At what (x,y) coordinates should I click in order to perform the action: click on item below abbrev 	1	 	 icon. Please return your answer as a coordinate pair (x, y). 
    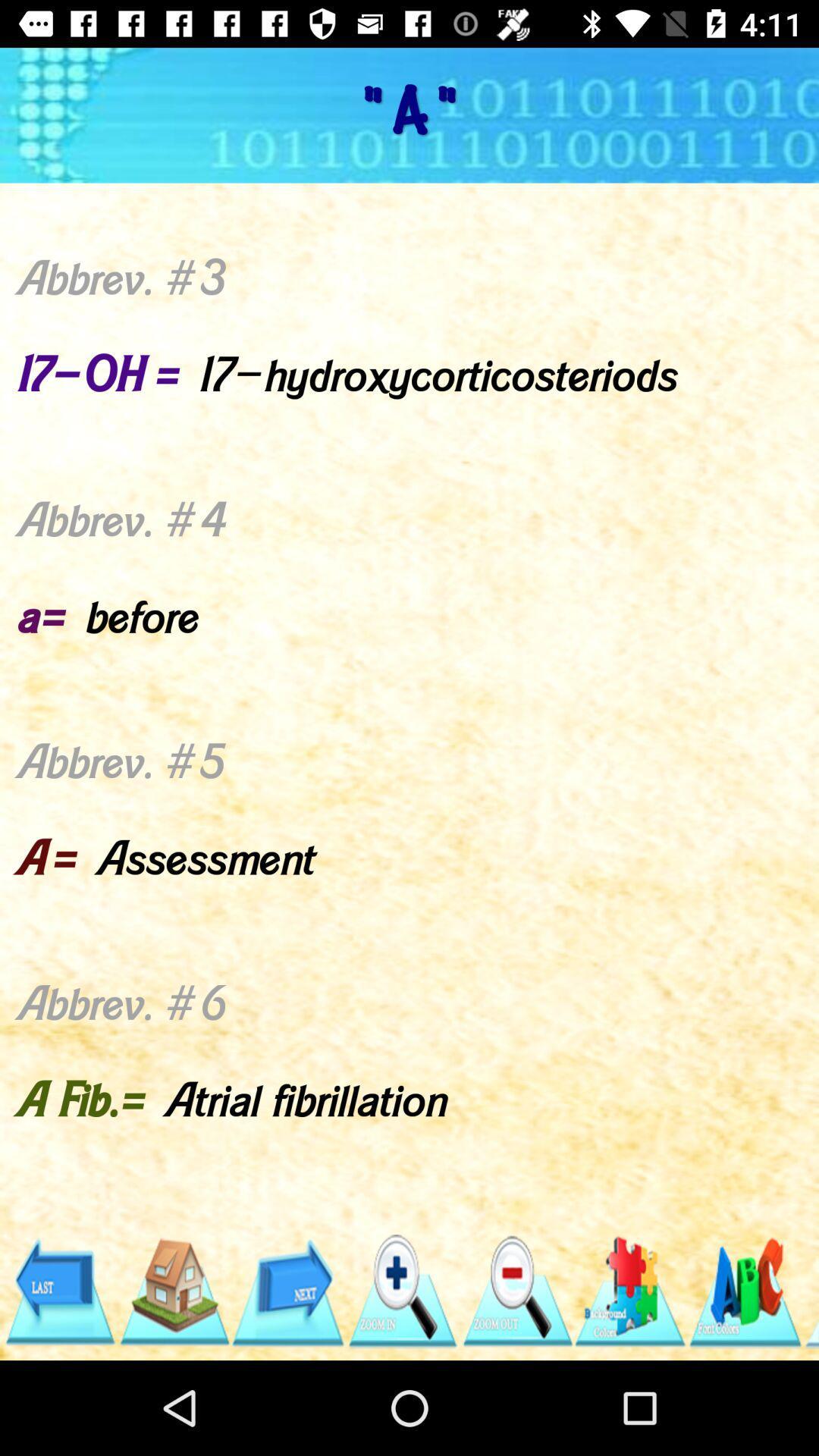
    Looking at the image, I should click on (401, 1291).